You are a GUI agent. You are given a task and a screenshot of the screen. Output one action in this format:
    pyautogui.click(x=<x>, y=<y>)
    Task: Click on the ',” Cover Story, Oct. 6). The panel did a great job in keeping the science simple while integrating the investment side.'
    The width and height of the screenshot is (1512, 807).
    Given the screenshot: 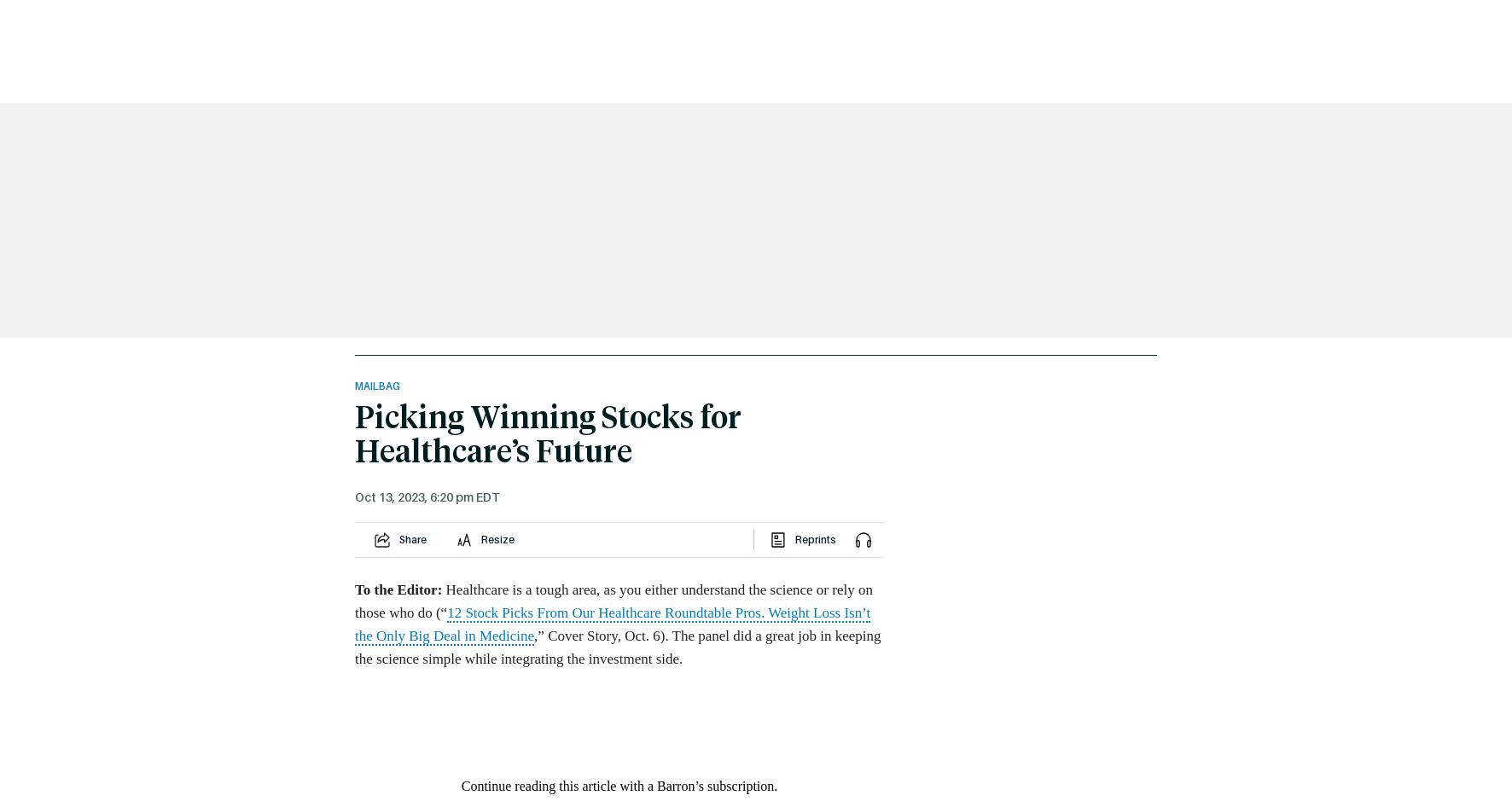 What is the action you would take?
    pyautogui.click(x=617, y=646)
    